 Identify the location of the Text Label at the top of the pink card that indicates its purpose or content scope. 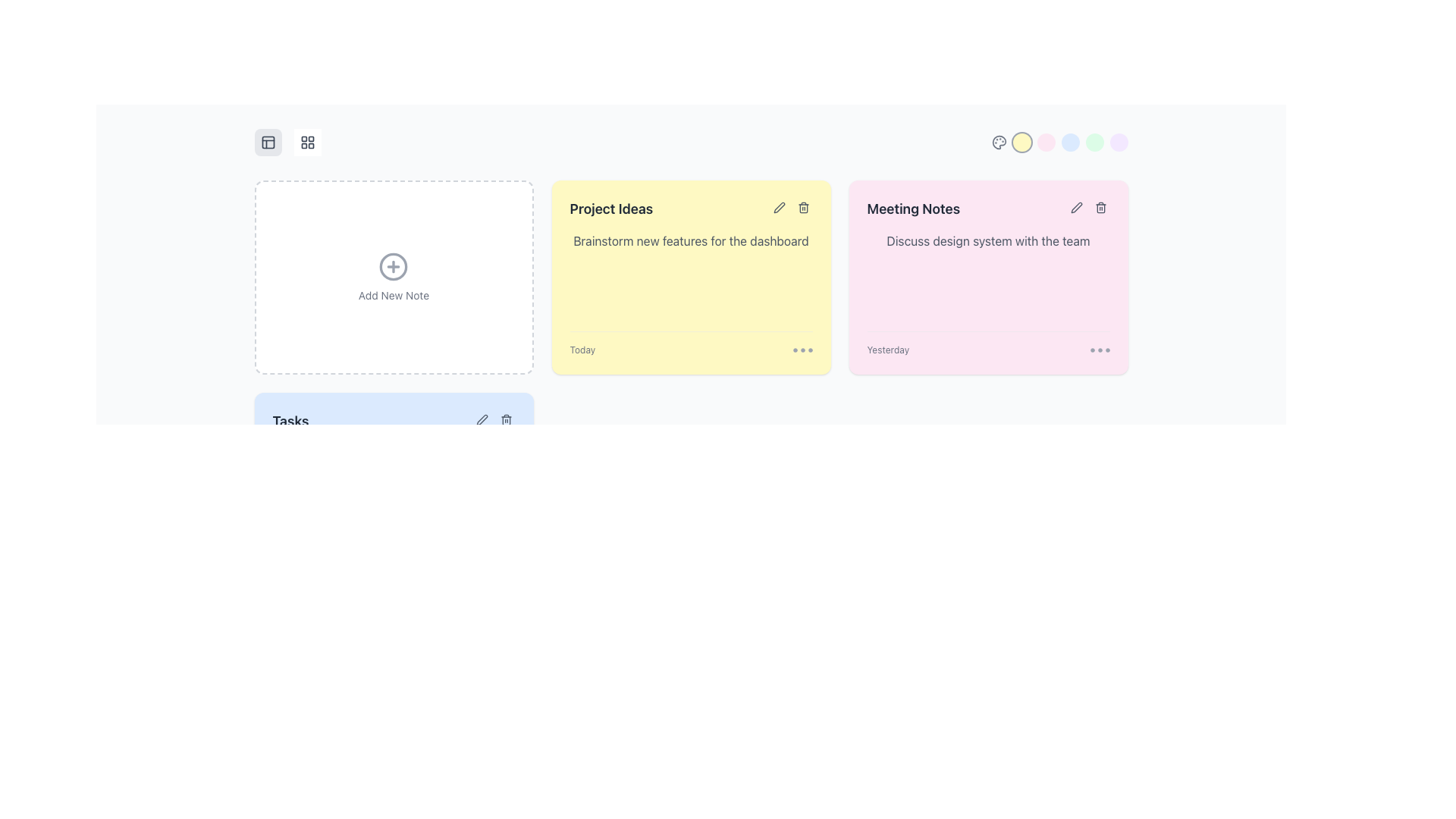
(912, 209).